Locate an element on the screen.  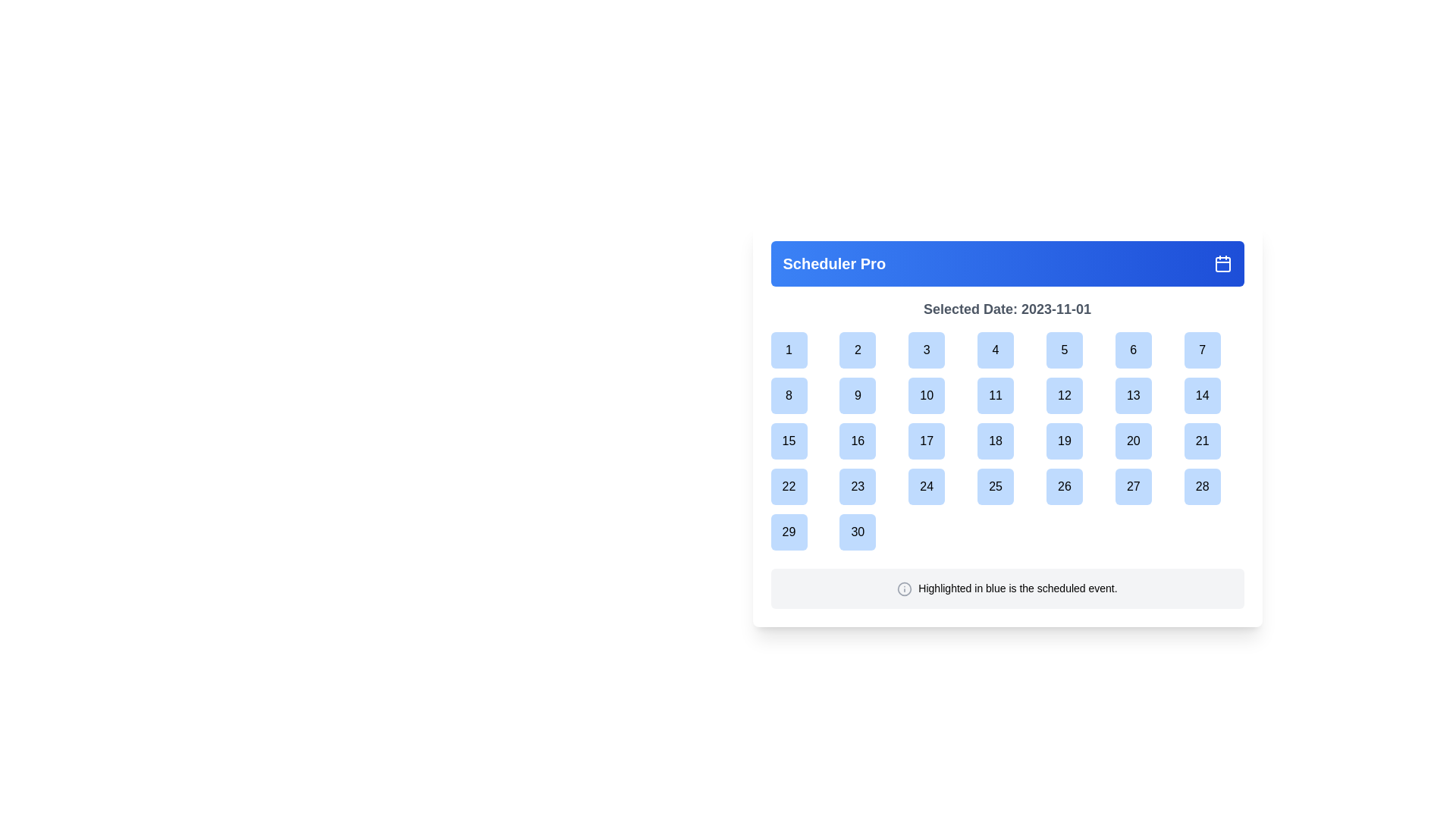
the tooltip indicating no events are scheduled for the 26th, located directly below the calendar cell of the 26th day is located at coordinates (1077, 516).